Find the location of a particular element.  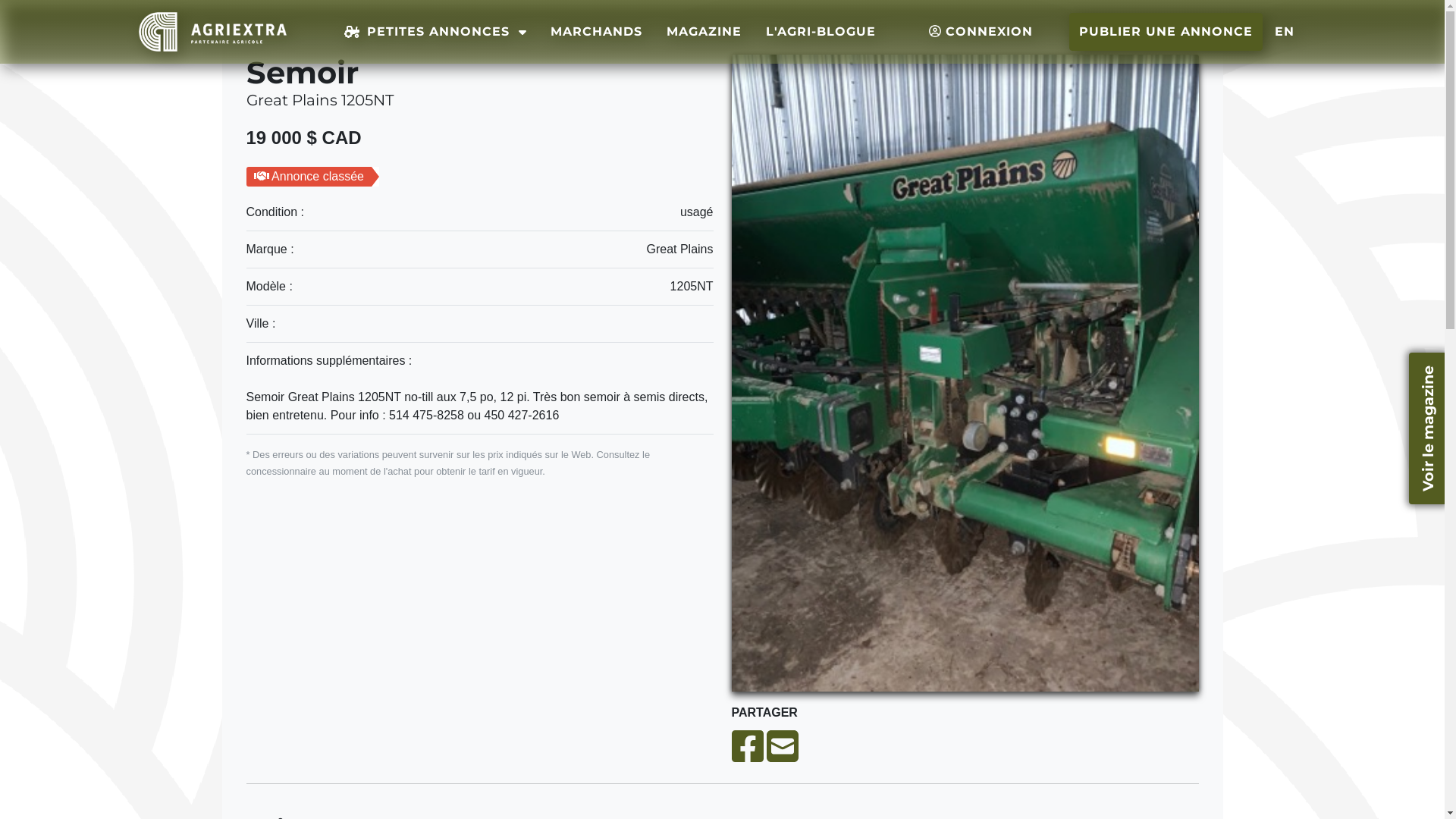

'PETITES ANNONCES' is located at coordinates (435, 31).